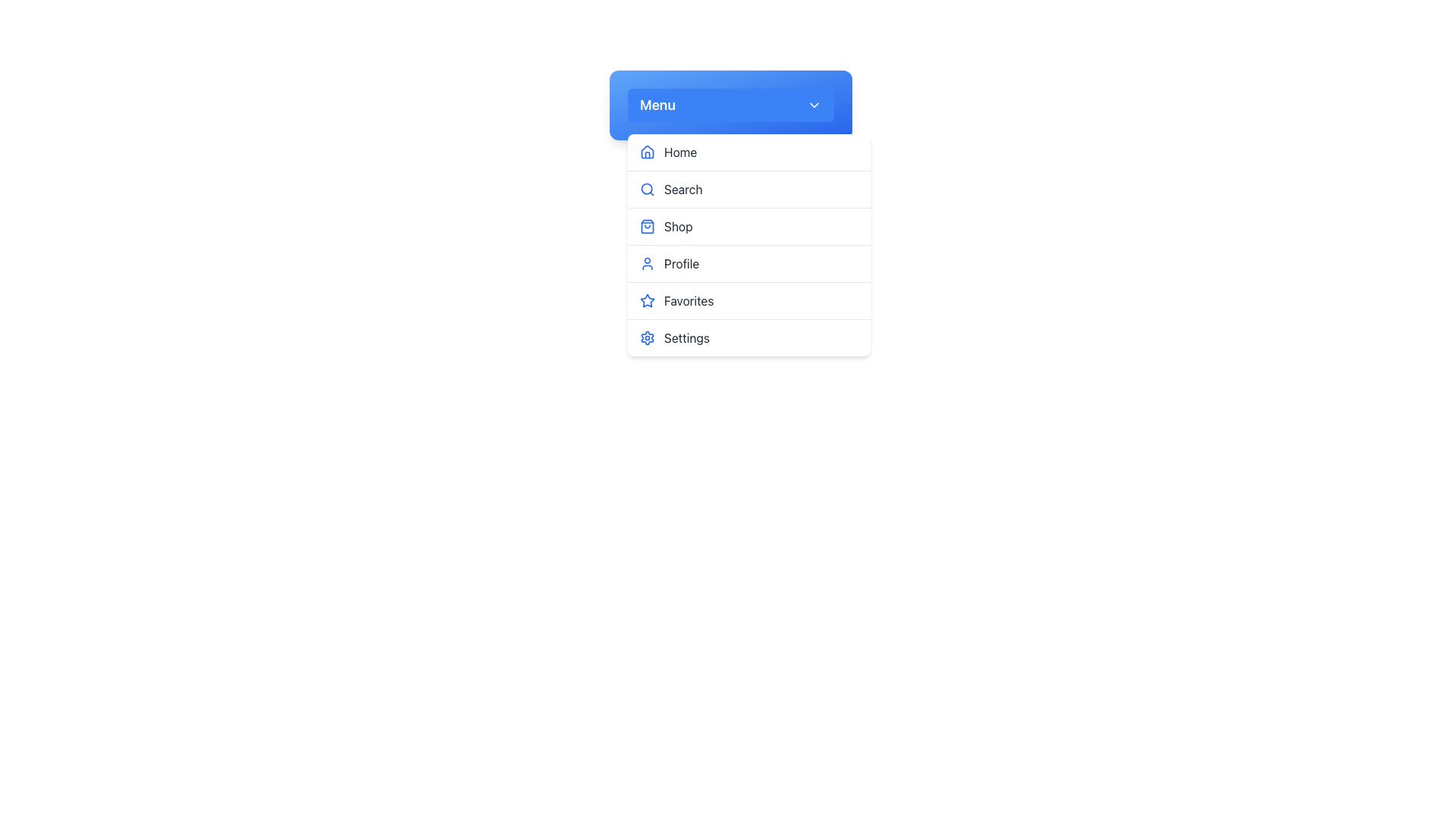 The image size is (1456, 819). Describe the element at coordinates (749, 244) in the screenshot. I see `the fourth option titled 'Profile' in the dropdown menu, which is styled with a white background and rounded corners` at that location.